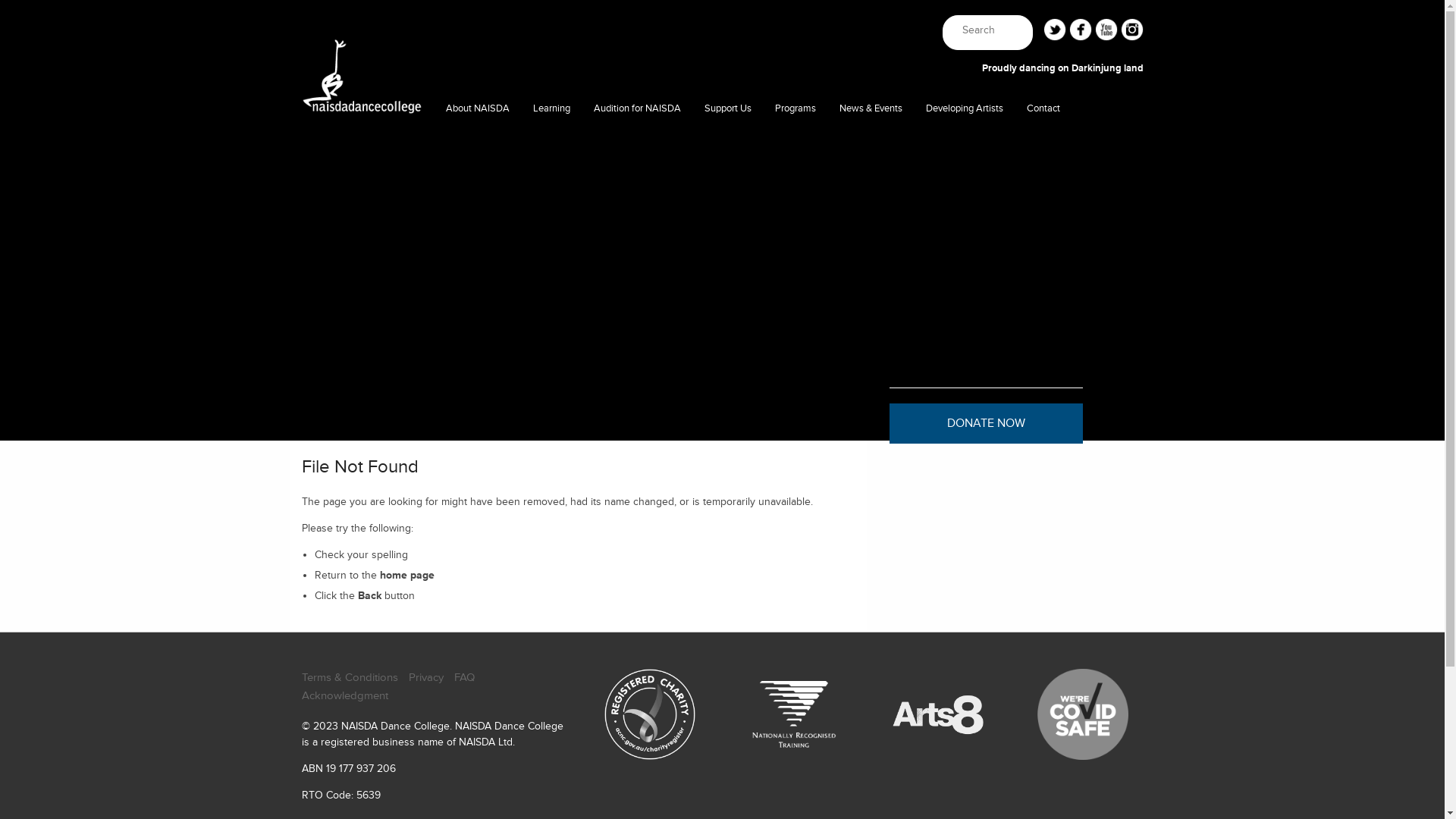 The height and width of the screenshot is (819, 1456). Describe the element at coordinates (964, 108) in the screenshot. I see `'Developing Artists'` at that location.